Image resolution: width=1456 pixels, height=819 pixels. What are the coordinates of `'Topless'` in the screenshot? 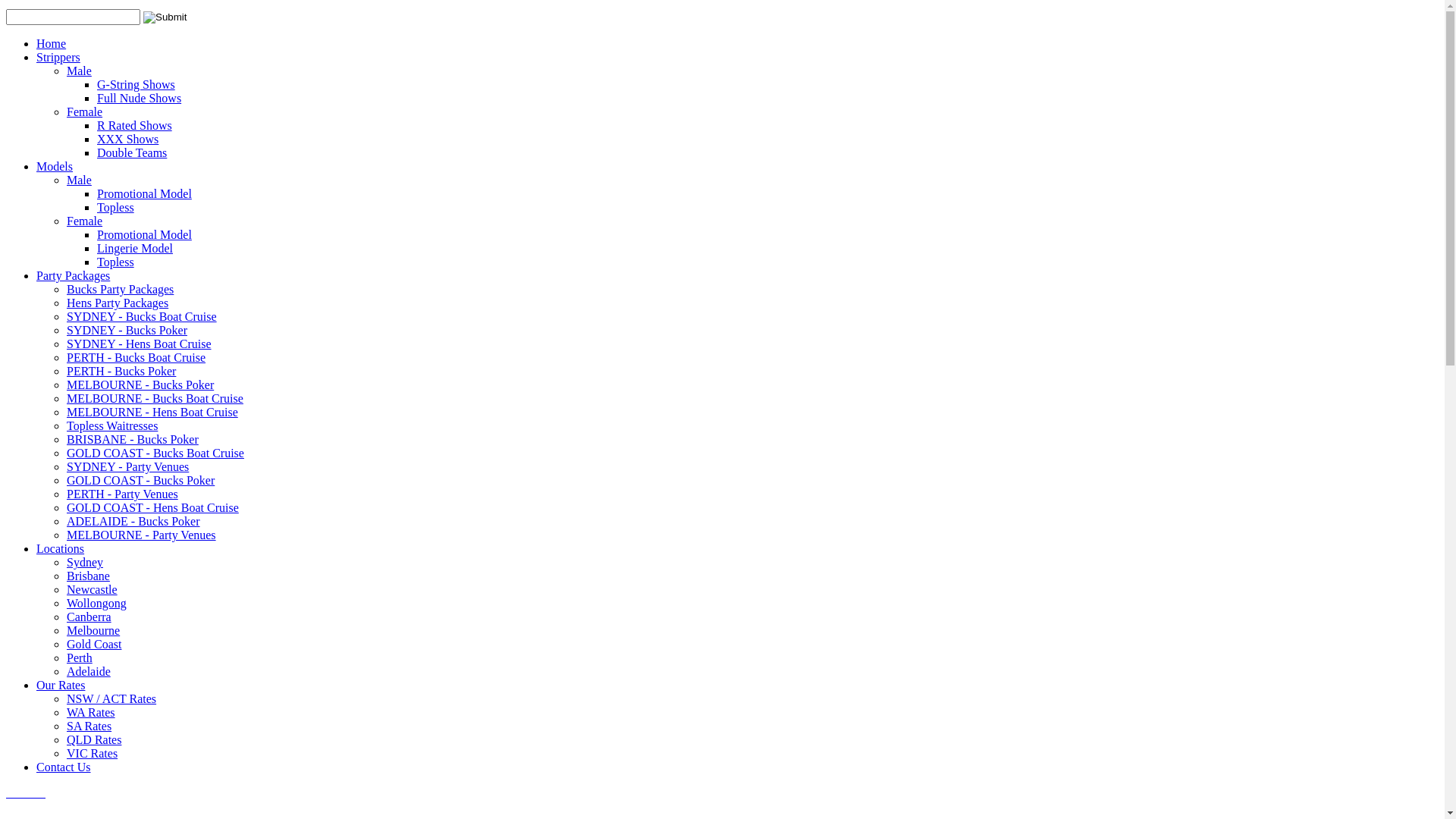 It's located at (115, 207).